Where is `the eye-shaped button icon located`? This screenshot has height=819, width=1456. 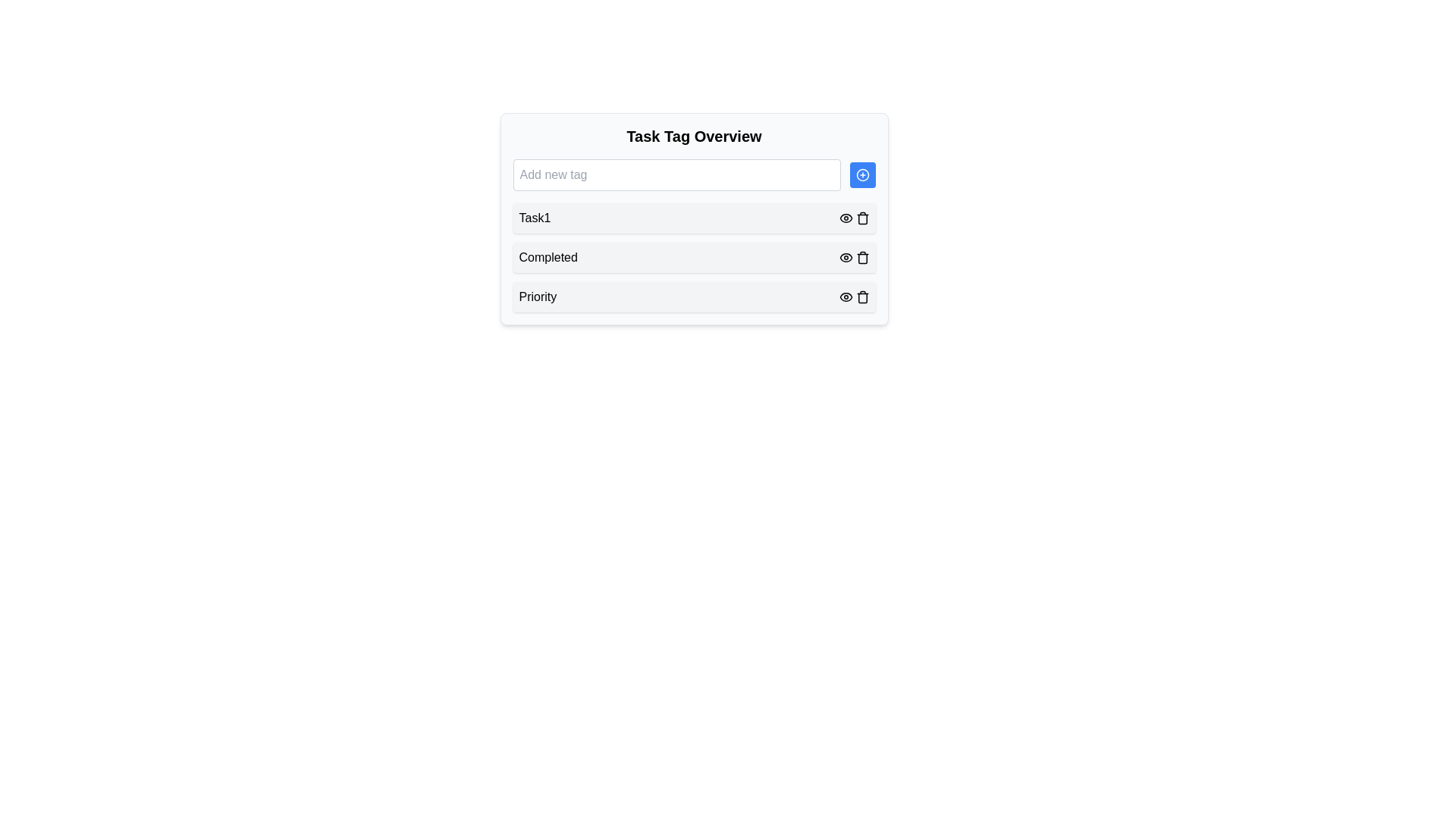 the eye-shaped button icon located is located at coordinates (845, 256).